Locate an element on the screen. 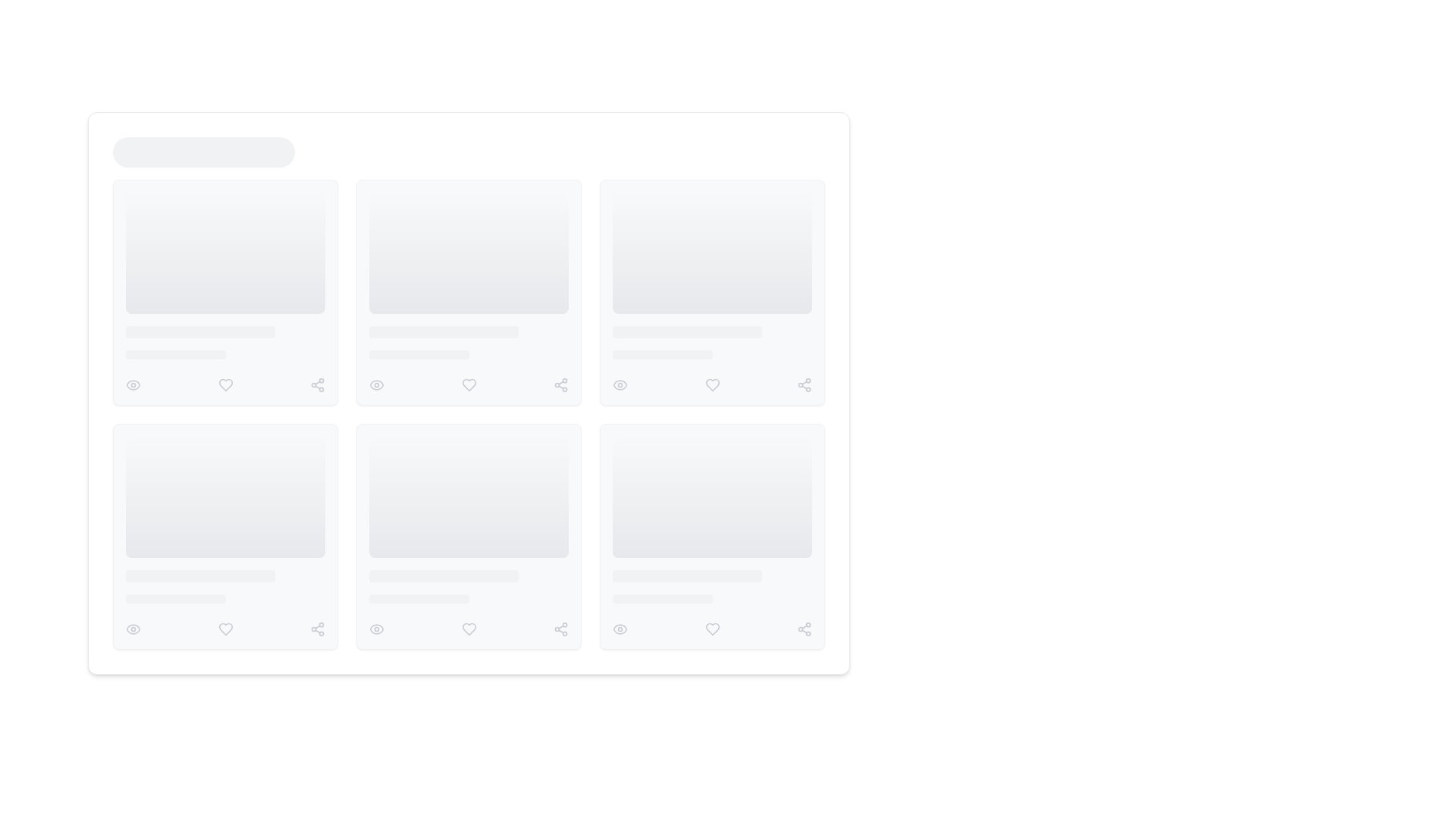 This screenshot has height=819, width=1456. the share icon, which is the third icon from the left in a horizontal row beneath an image or card is located at coordinates (316, 384).